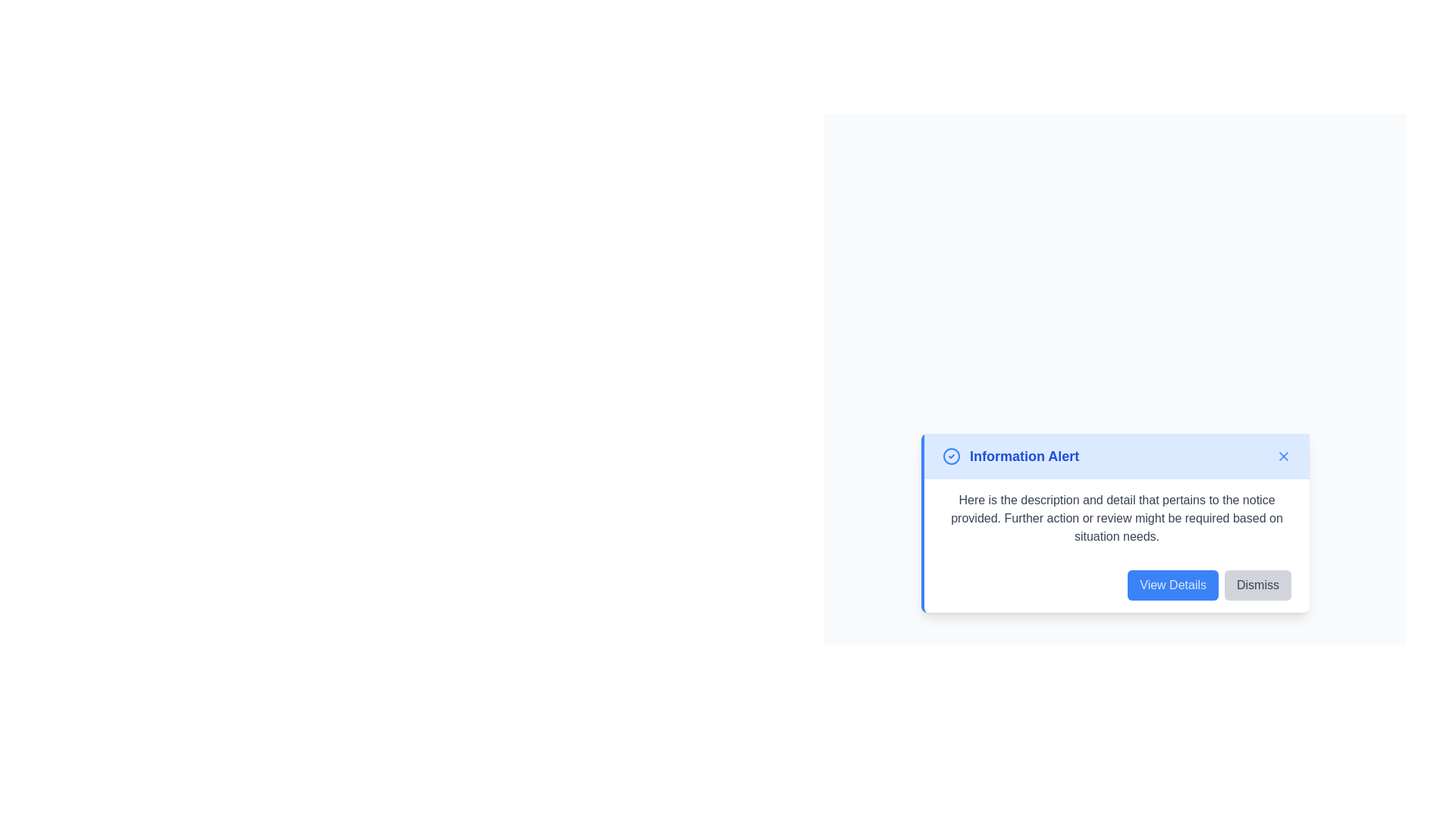 The image size is (1456, 819). Describe the element at coordinates (1172, 584) in the screenshot. I see `the button located on the right side of the dialog box` at that location.